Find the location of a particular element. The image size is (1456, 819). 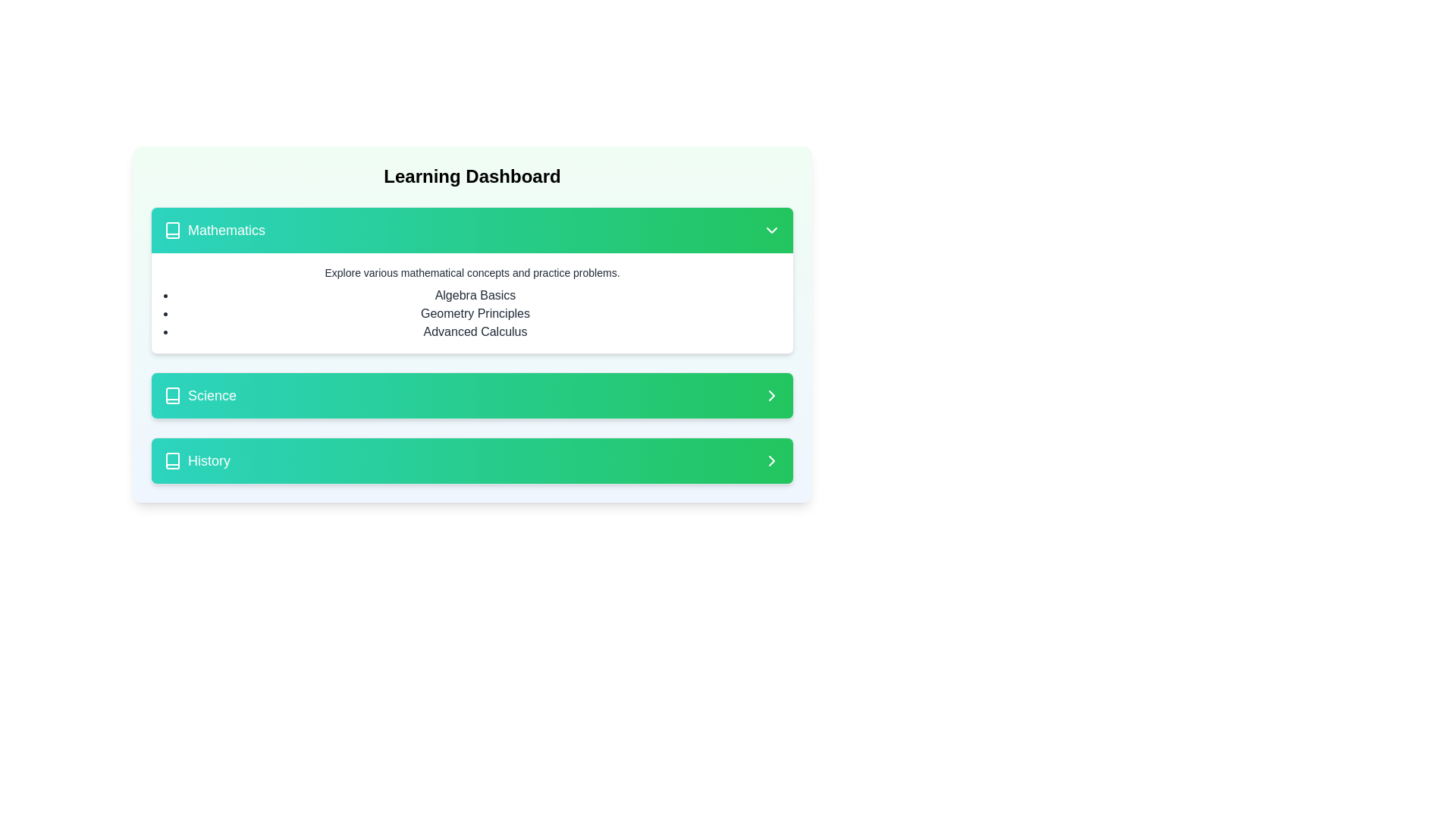

the Dropdown indicator icon located on the rightmost side of the 'Mathematics' section header is located at coordinates (771, 231).